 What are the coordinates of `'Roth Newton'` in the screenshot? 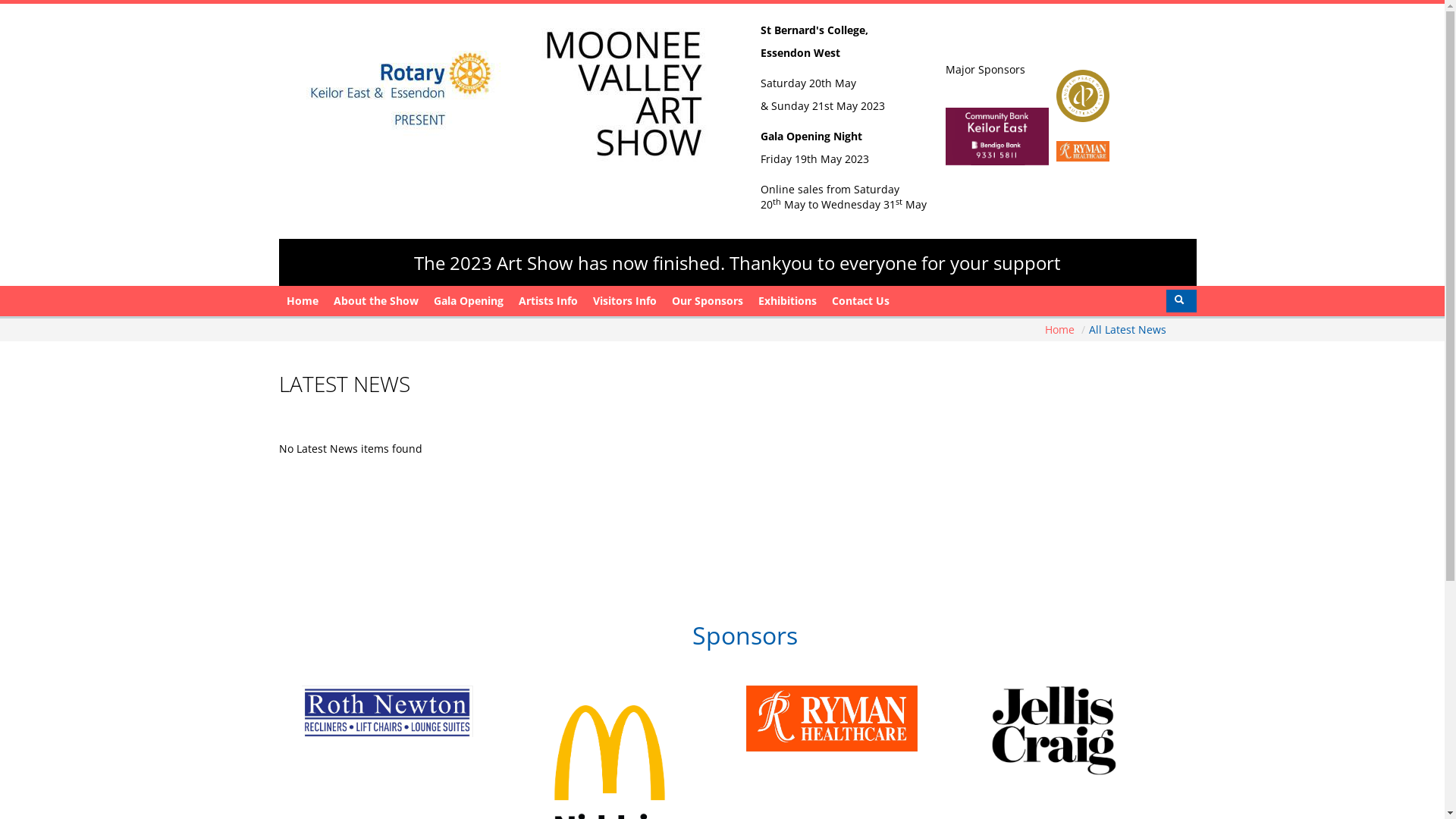 It's located at (413, 711).